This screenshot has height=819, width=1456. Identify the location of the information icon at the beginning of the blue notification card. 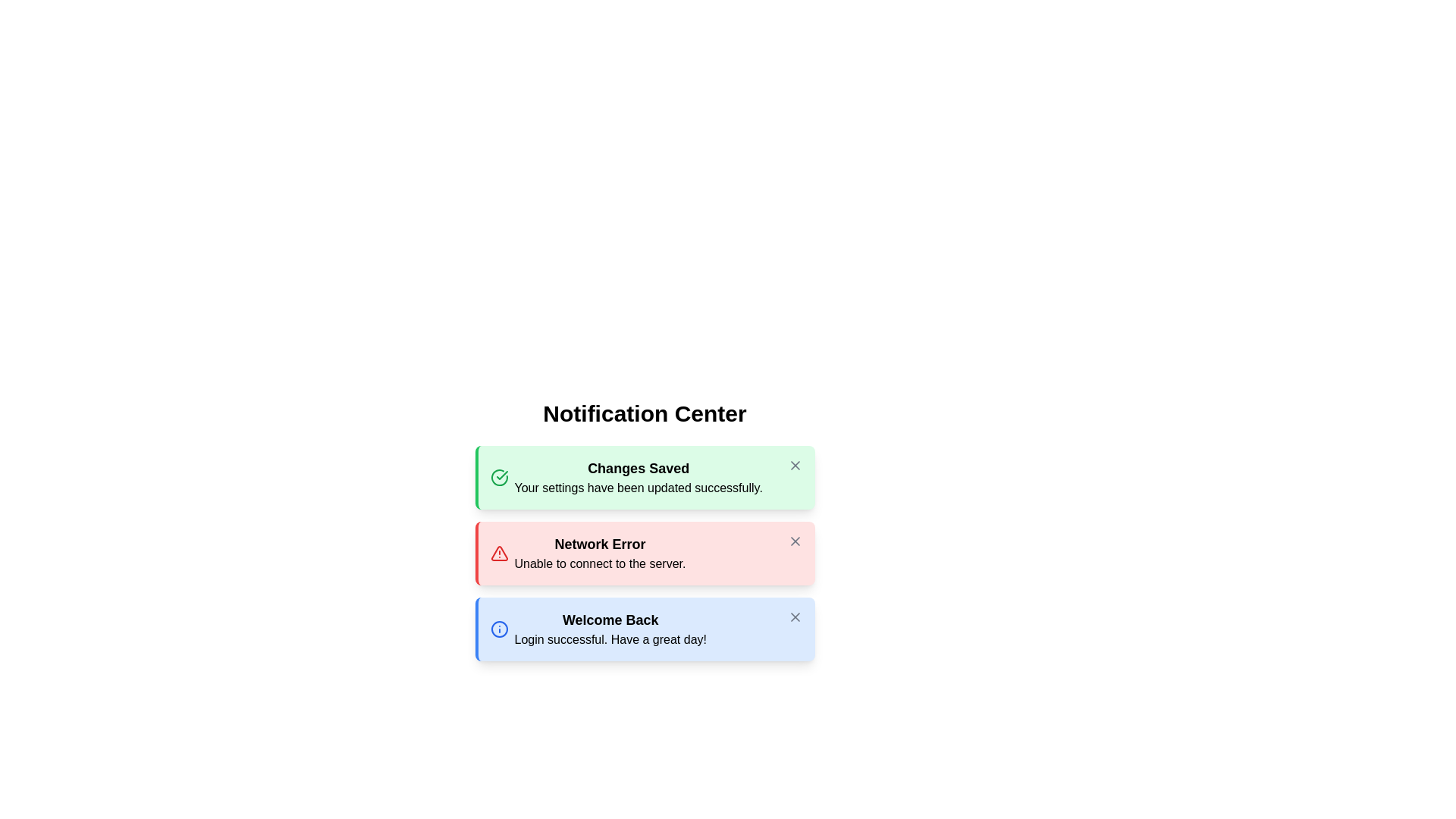
(499, 629).